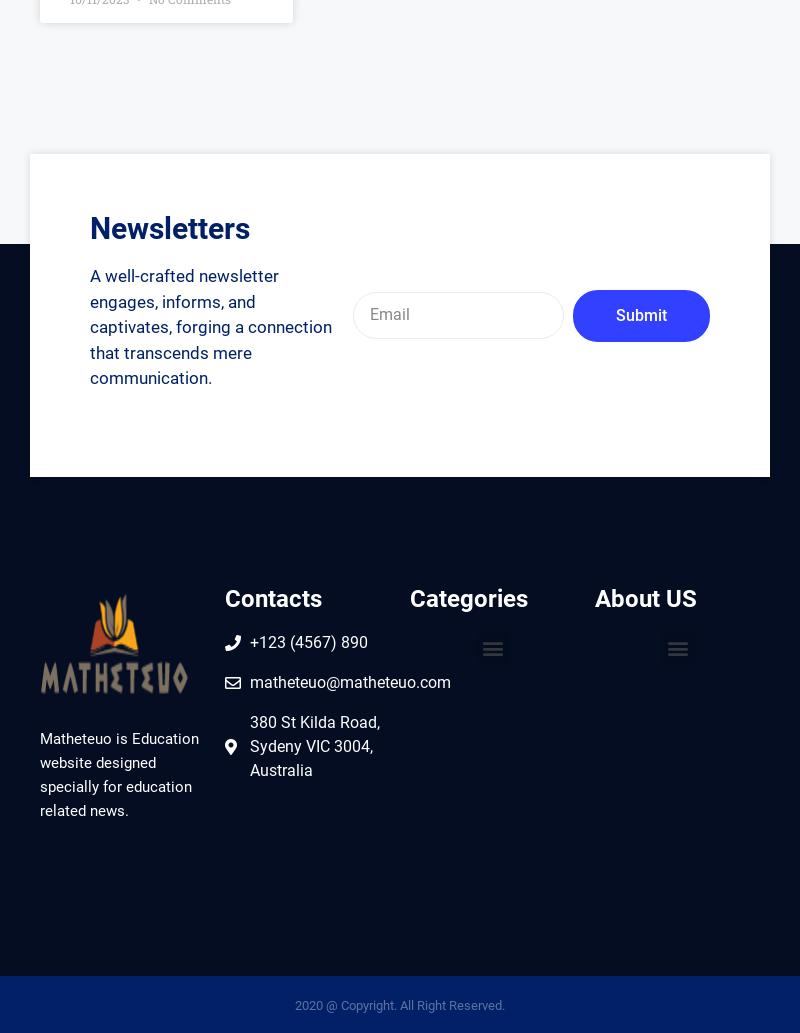  Describe the element at coordinates (639, 313) in the screenshot. I see `'Submit'` at that location.